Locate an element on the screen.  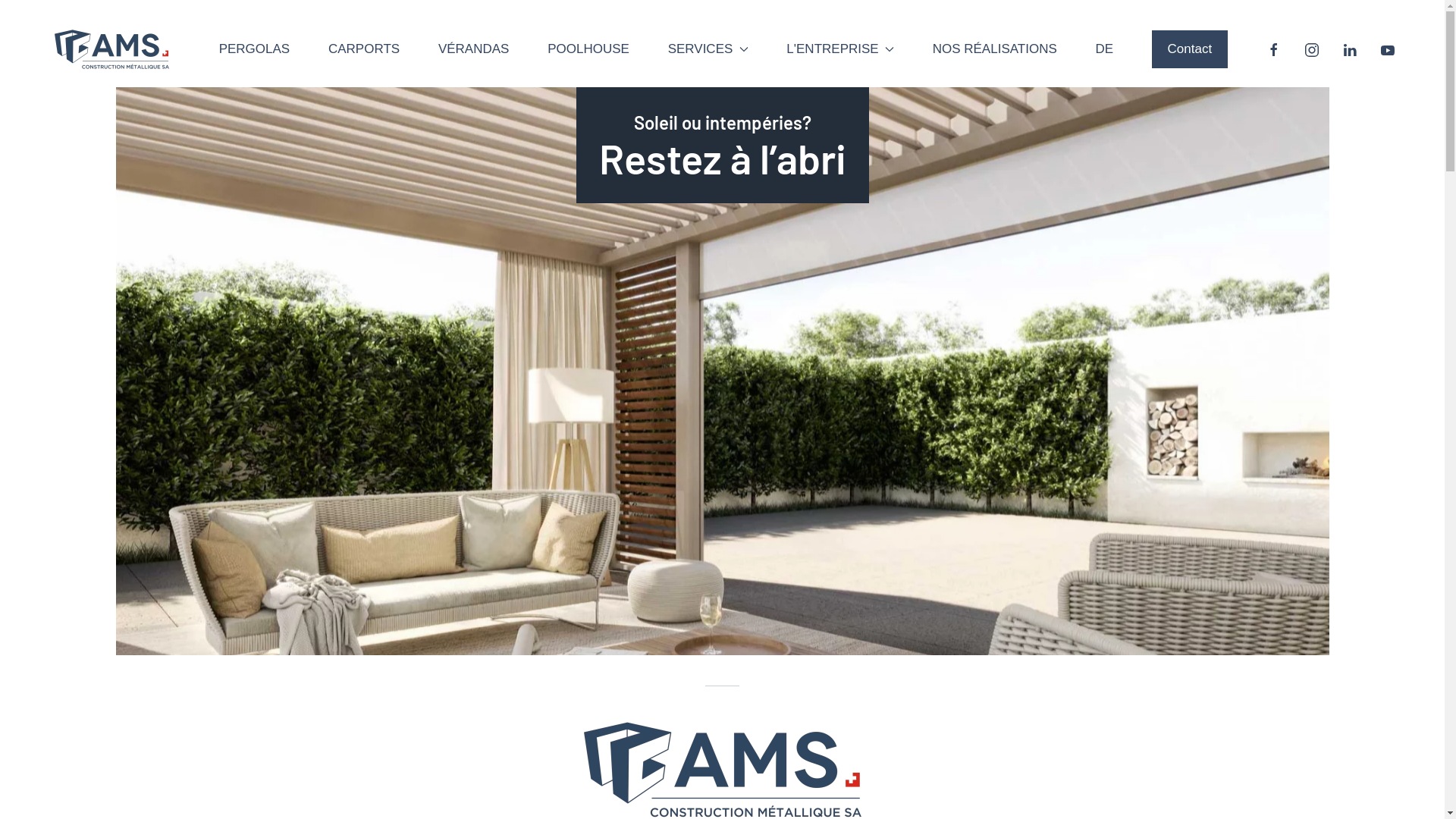
'Contact' is located at coordinates (1189, 49).